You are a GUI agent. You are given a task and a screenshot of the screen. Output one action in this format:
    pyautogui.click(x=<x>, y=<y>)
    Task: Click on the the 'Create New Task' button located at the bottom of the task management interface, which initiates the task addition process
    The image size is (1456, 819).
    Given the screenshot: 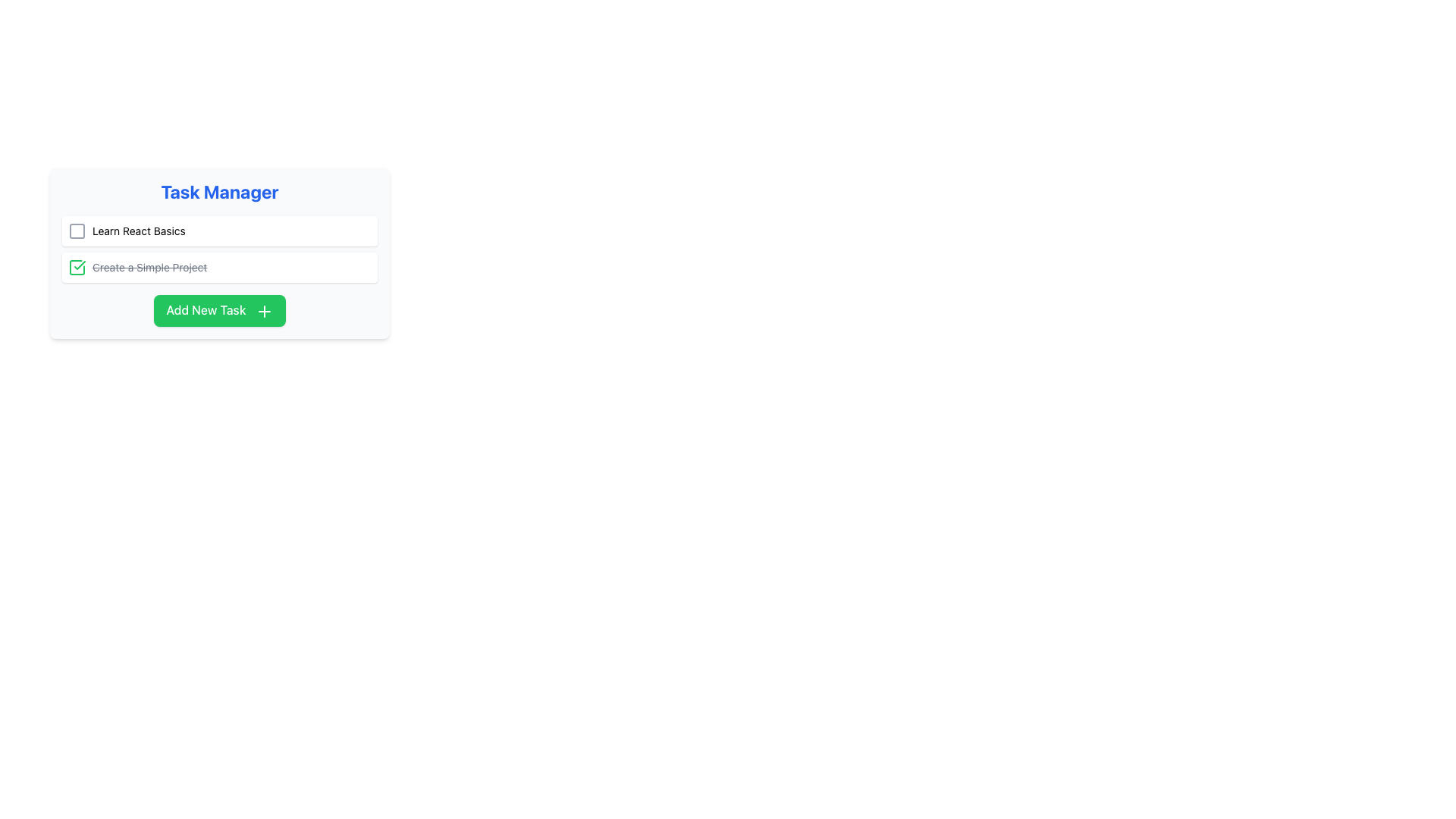 What is the action you would take?
    pyautogui.click(x=218, y=309)
    